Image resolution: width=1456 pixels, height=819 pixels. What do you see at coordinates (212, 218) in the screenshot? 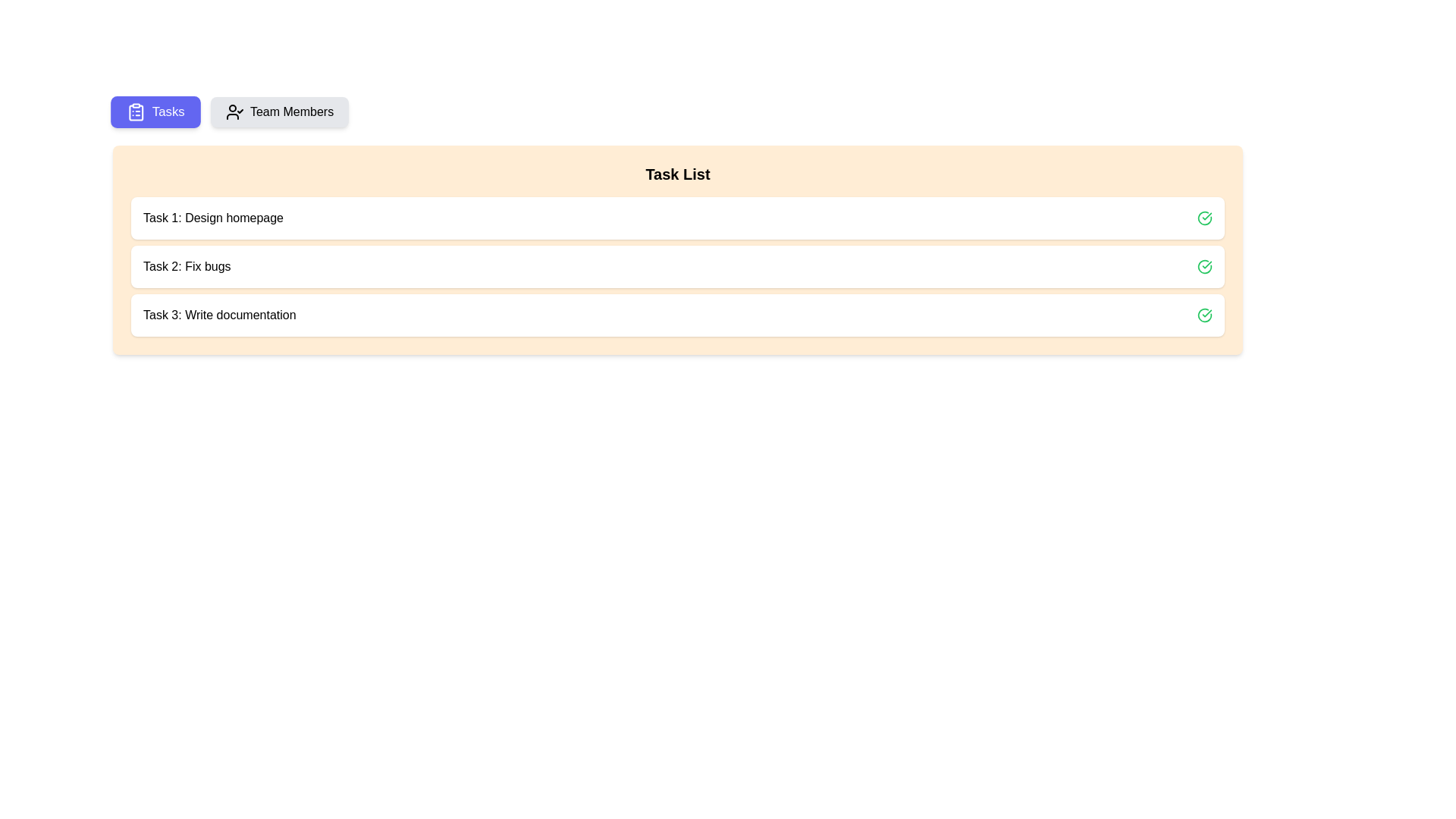
I see `the text label displaying the title of the first task in the task management interface, located at the upper section of the first task card` at bounding box center [212, 218].